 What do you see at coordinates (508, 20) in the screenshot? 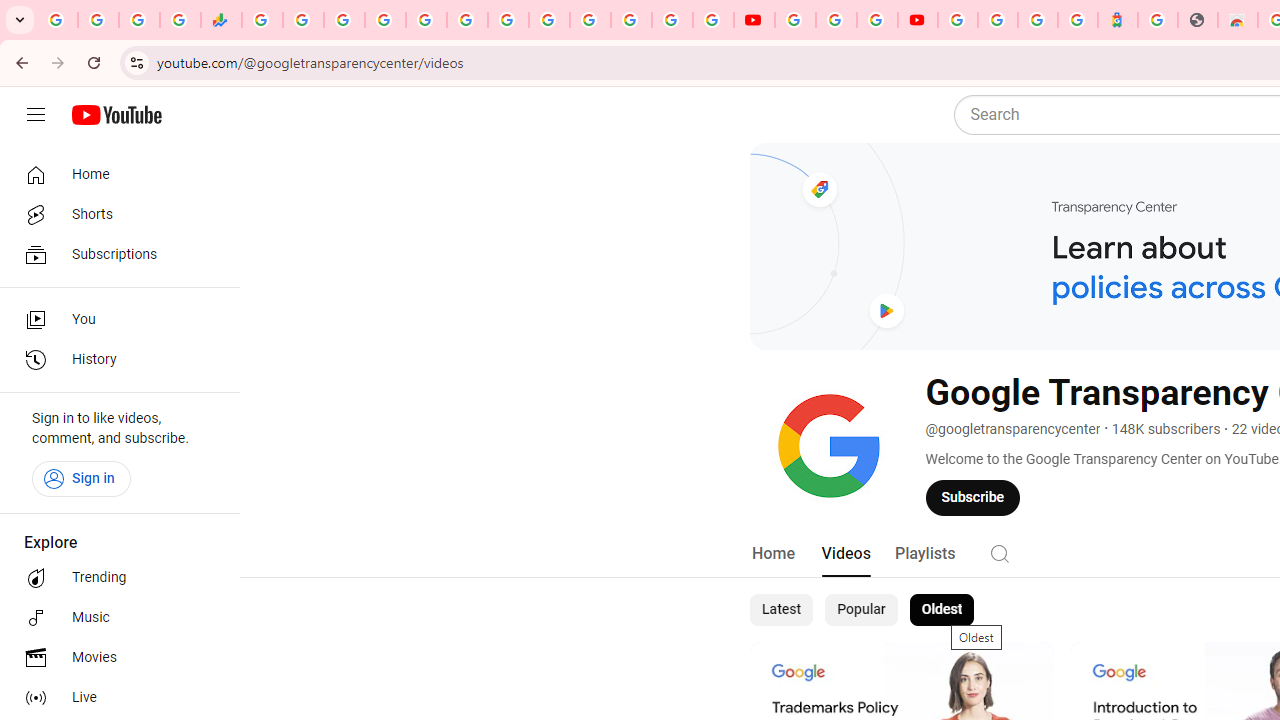
I see `'Android TV Policies and Guidelines - Transparency Center'` at bounding box center [508, 20].